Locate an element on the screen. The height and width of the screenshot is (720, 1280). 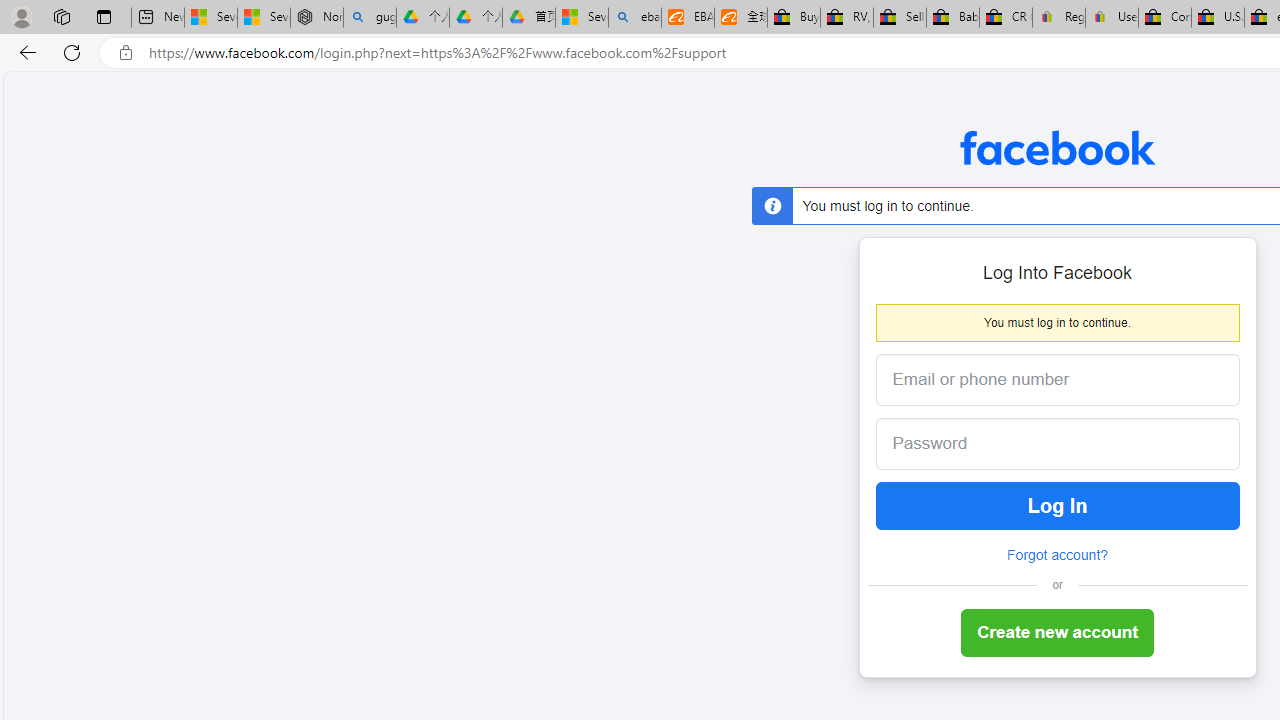
'U.S. State Privacy Disclosures - eBay Inc.' is located at coordinates (1216, 17).